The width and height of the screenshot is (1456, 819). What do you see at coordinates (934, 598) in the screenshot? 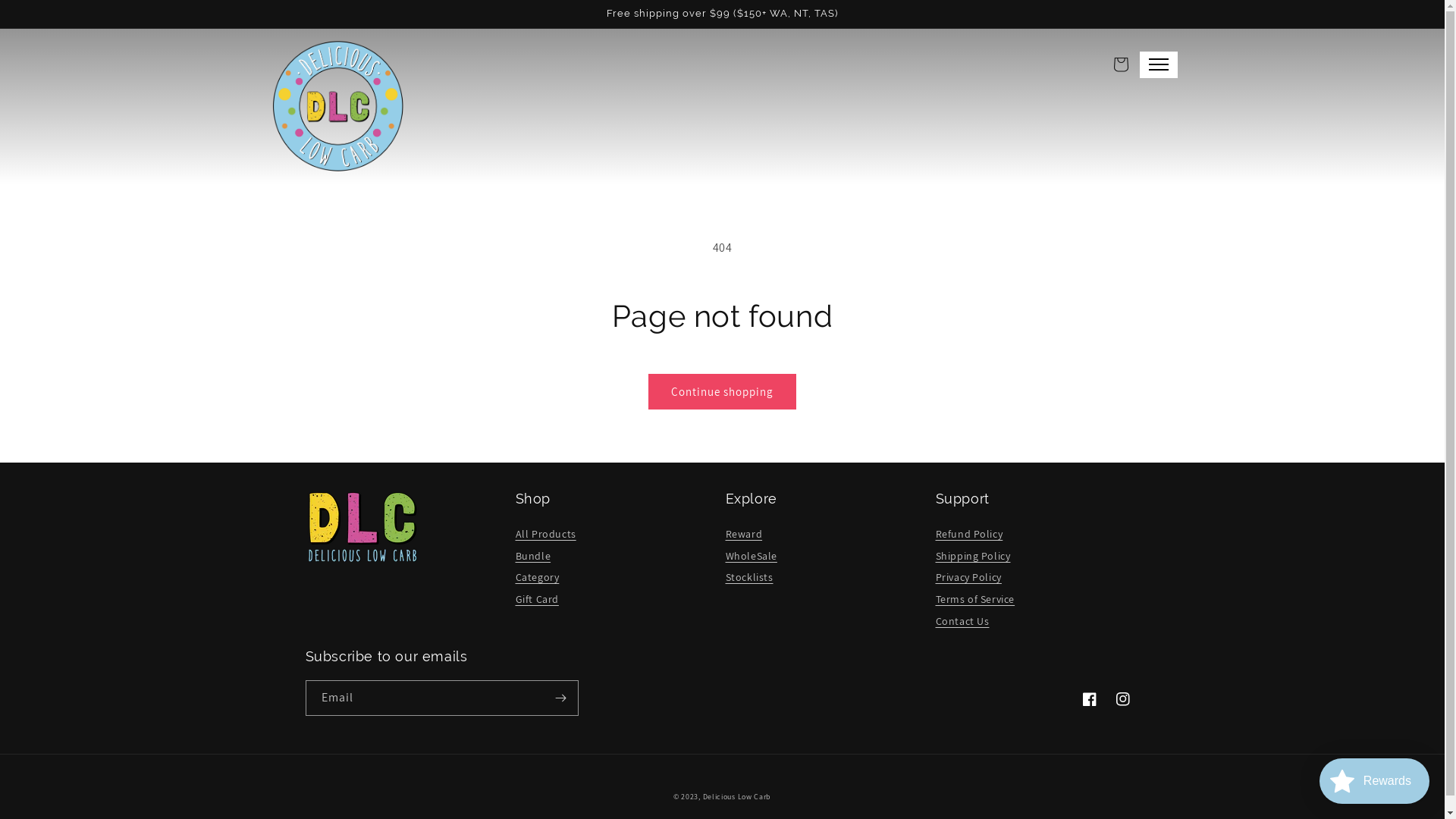
I see `'Terms of Service'` at bounding box center [934, 598].